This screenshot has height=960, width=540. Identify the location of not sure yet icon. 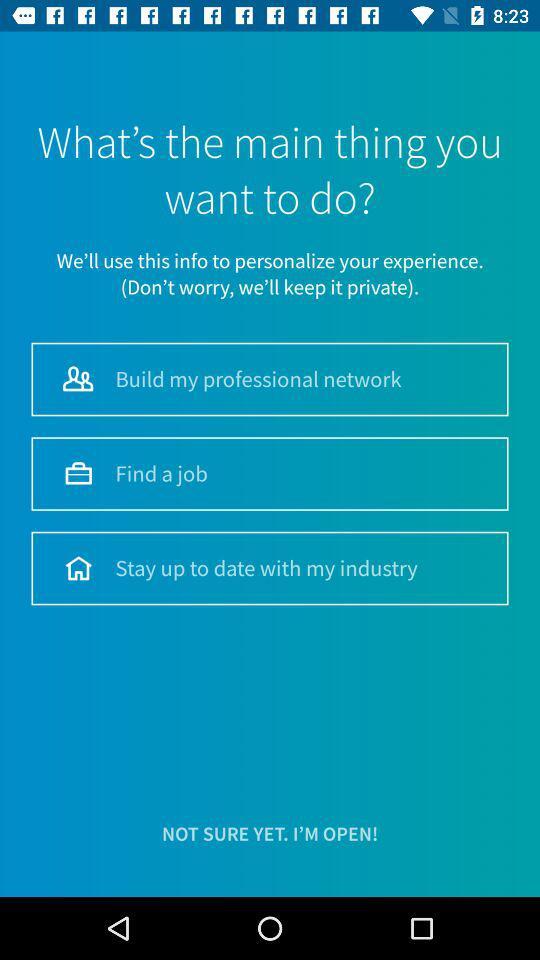
(270, 834).